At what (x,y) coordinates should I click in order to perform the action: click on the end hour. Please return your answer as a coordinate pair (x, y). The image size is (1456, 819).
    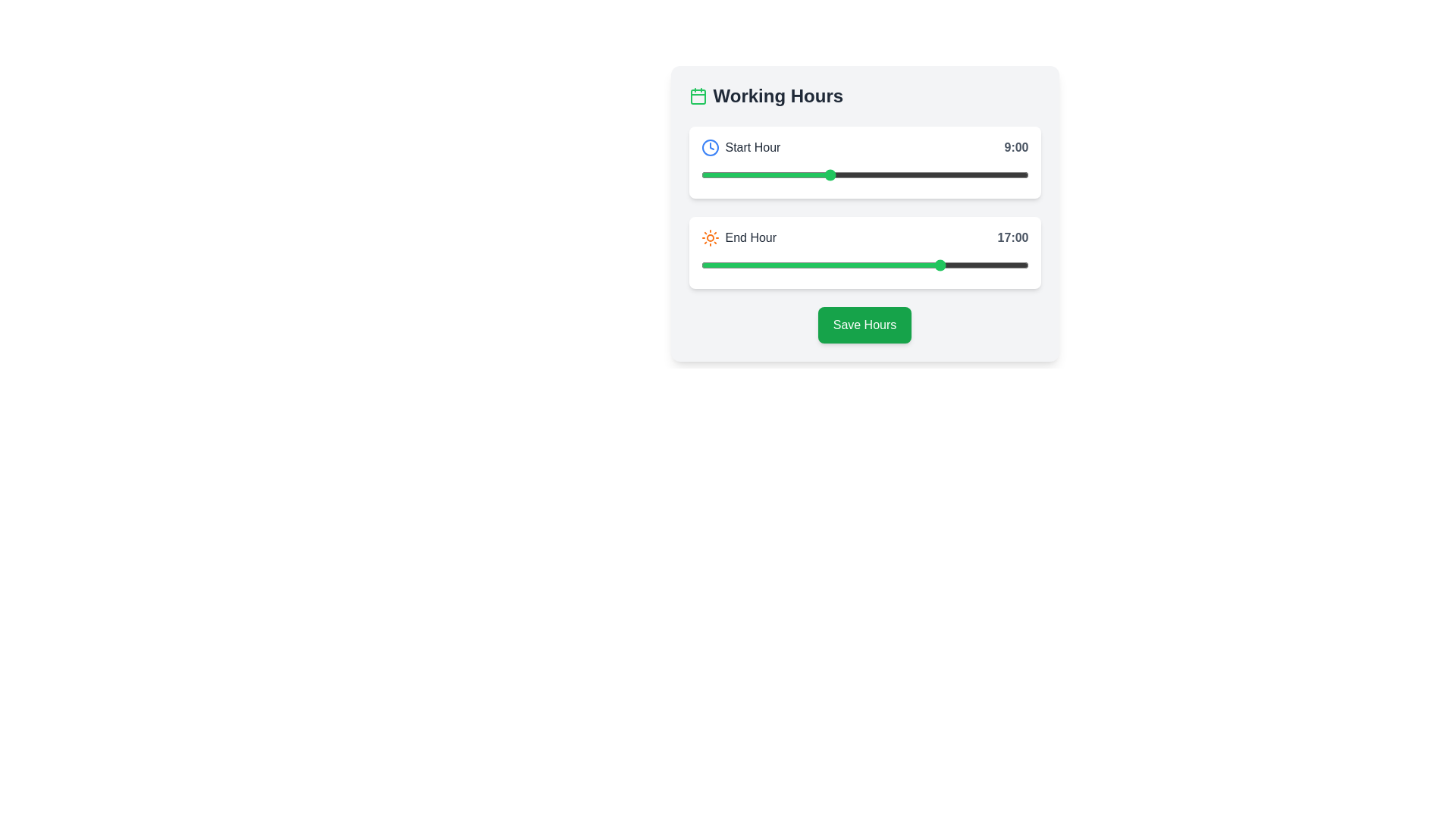
    Looking at the image, I should click on (986, 265).